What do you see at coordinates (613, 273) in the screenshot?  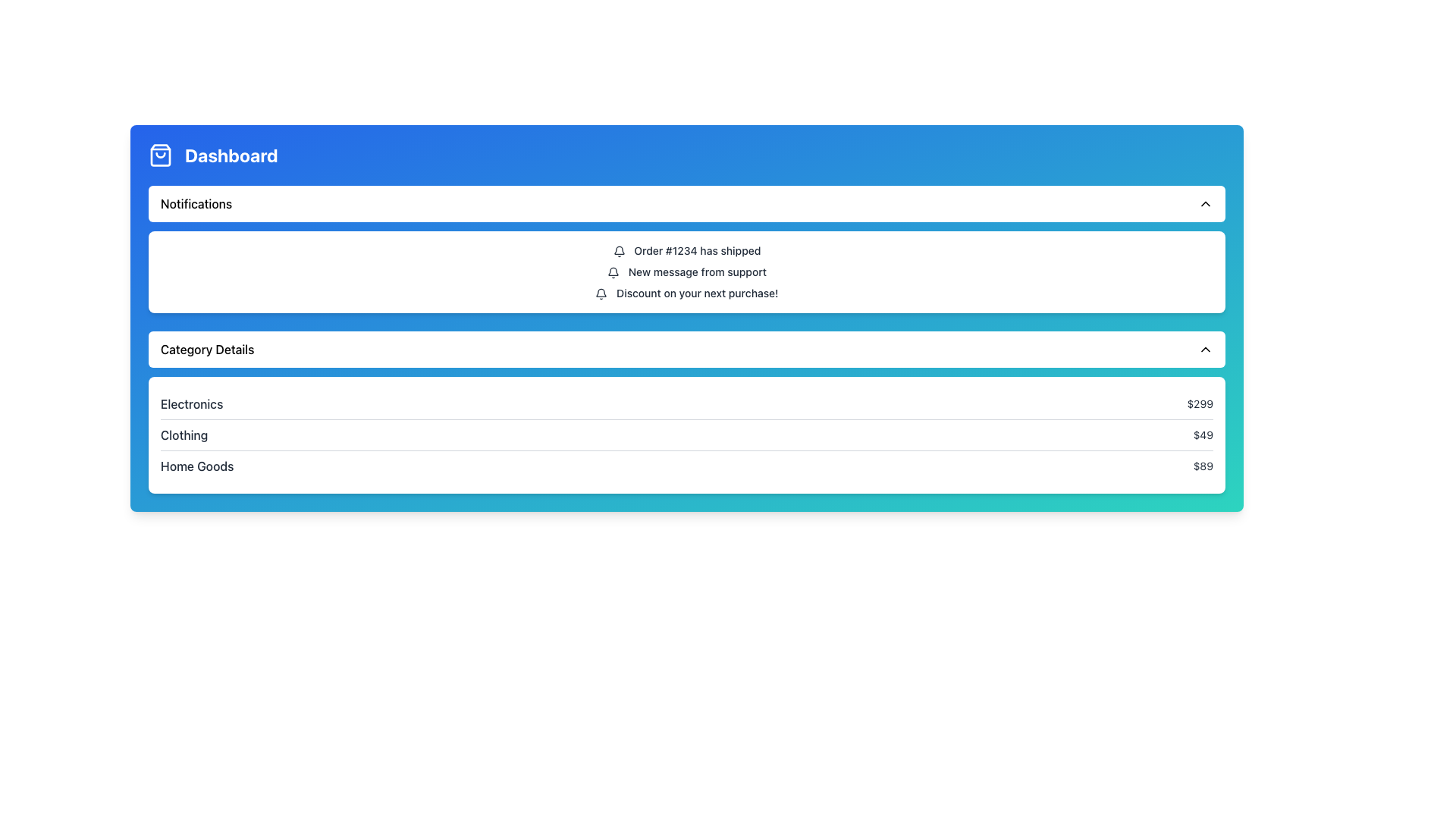 I see `the Bell Notification Indicator icon located to the left of the notification message 'New message from support.'` at bounding box center [613, 273].